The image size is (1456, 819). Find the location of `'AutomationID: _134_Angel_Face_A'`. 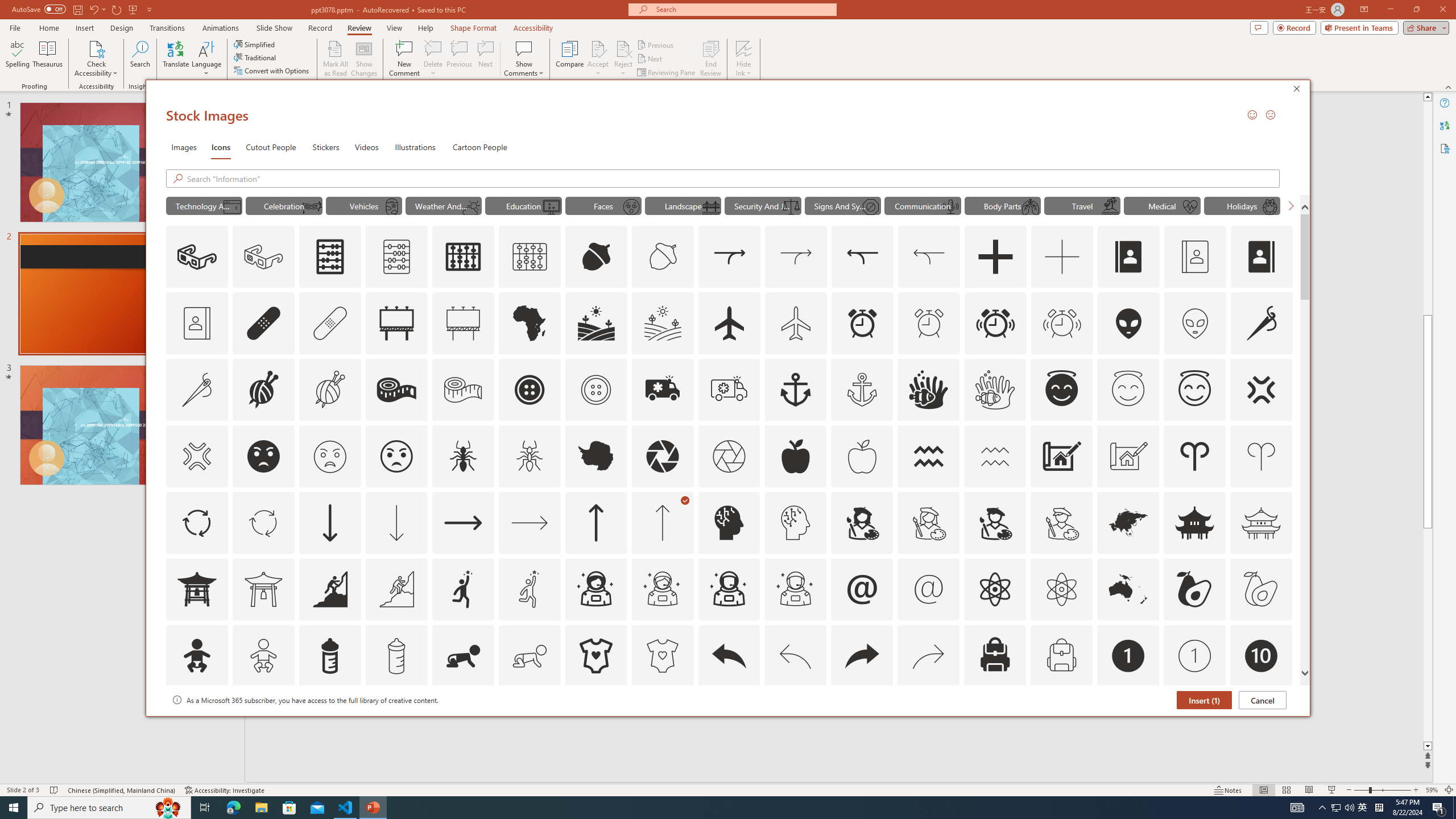

'AutomationID: _134_Angel_Face_A' is located at coordinates (1061, 387).